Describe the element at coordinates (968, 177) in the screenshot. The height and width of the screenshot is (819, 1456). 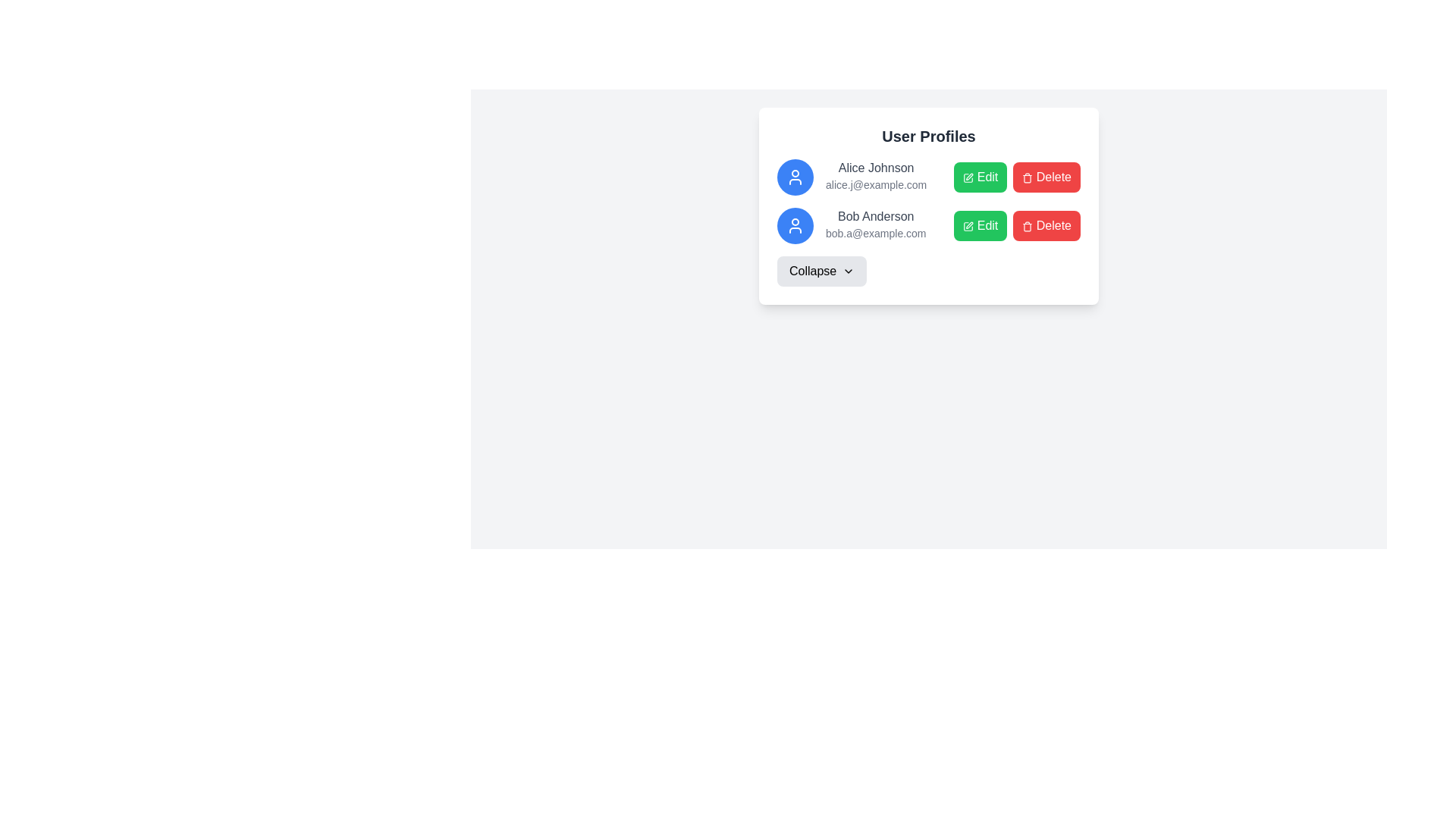
I see `the small green pen icon inside the 'Edit' button located to the right of the first user profile` at that location.